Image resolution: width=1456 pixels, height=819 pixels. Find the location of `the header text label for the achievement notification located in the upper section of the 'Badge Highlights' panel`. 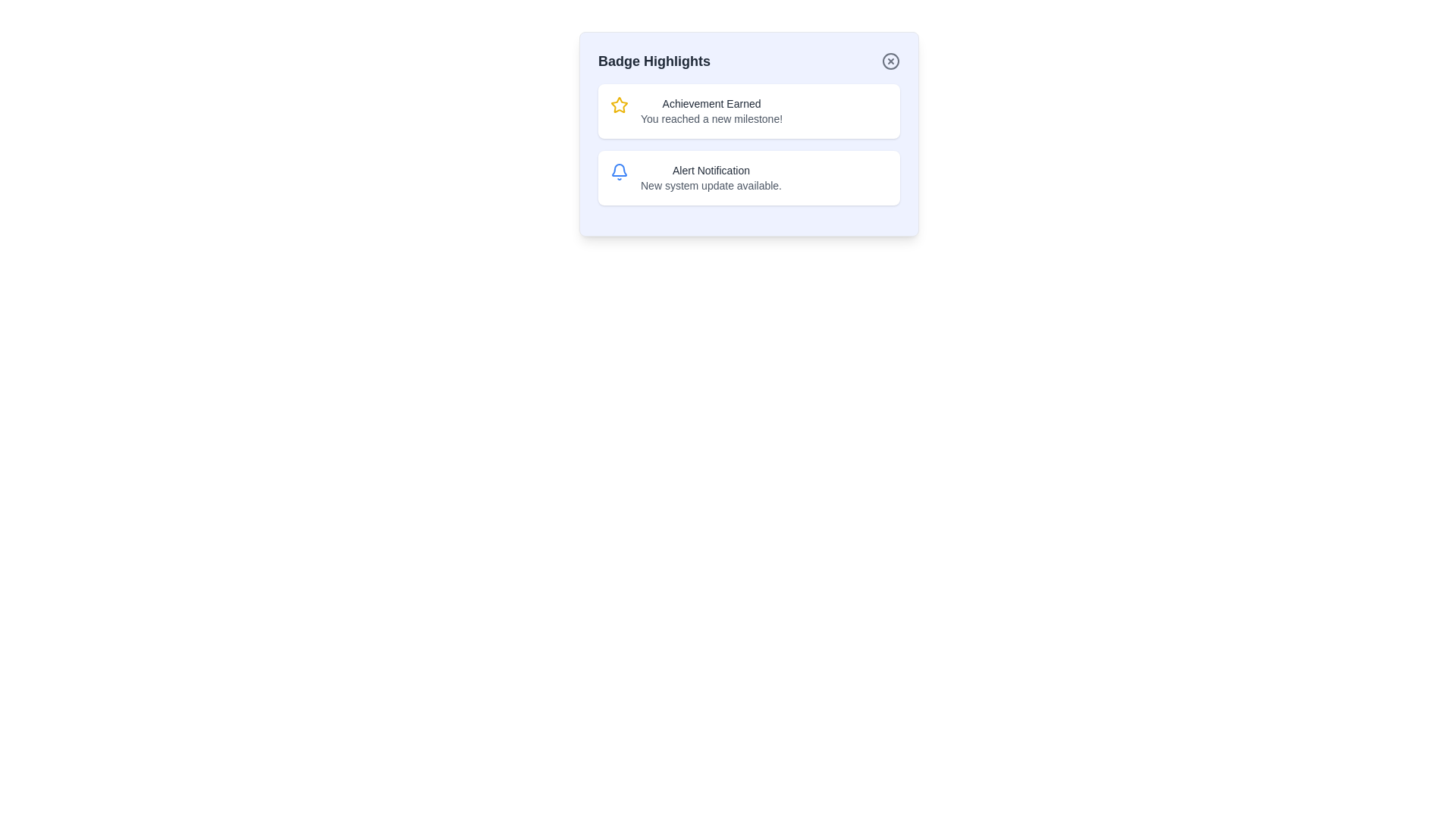

the header text label for the achievement notification located in the upper section of the 'Badge Highlights' panel is located at coordinates (711, 103).